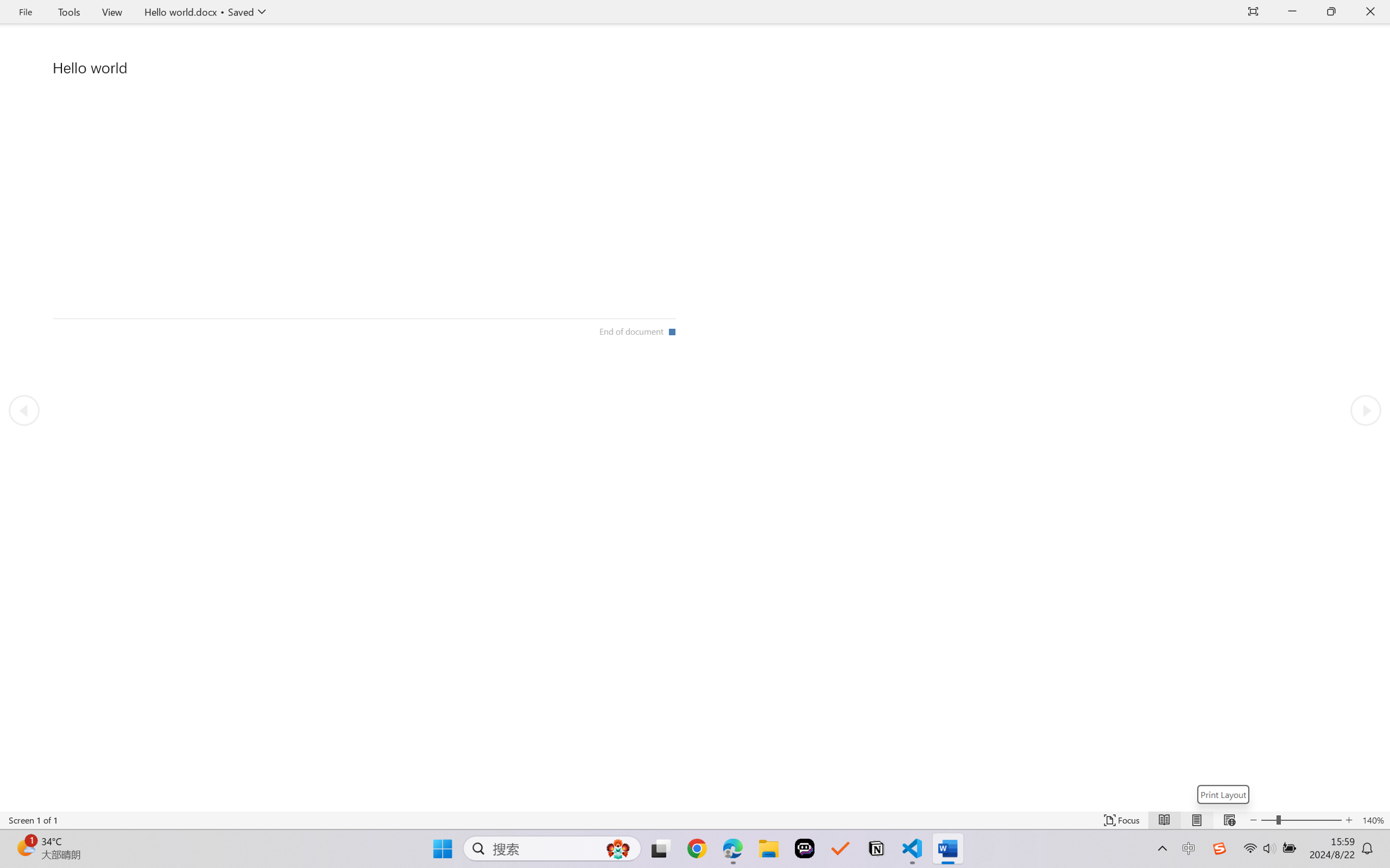  Describe the element at coordinates (695, 820) in the screenshot. I see `'Class: MsoCommandBar'` at that location.